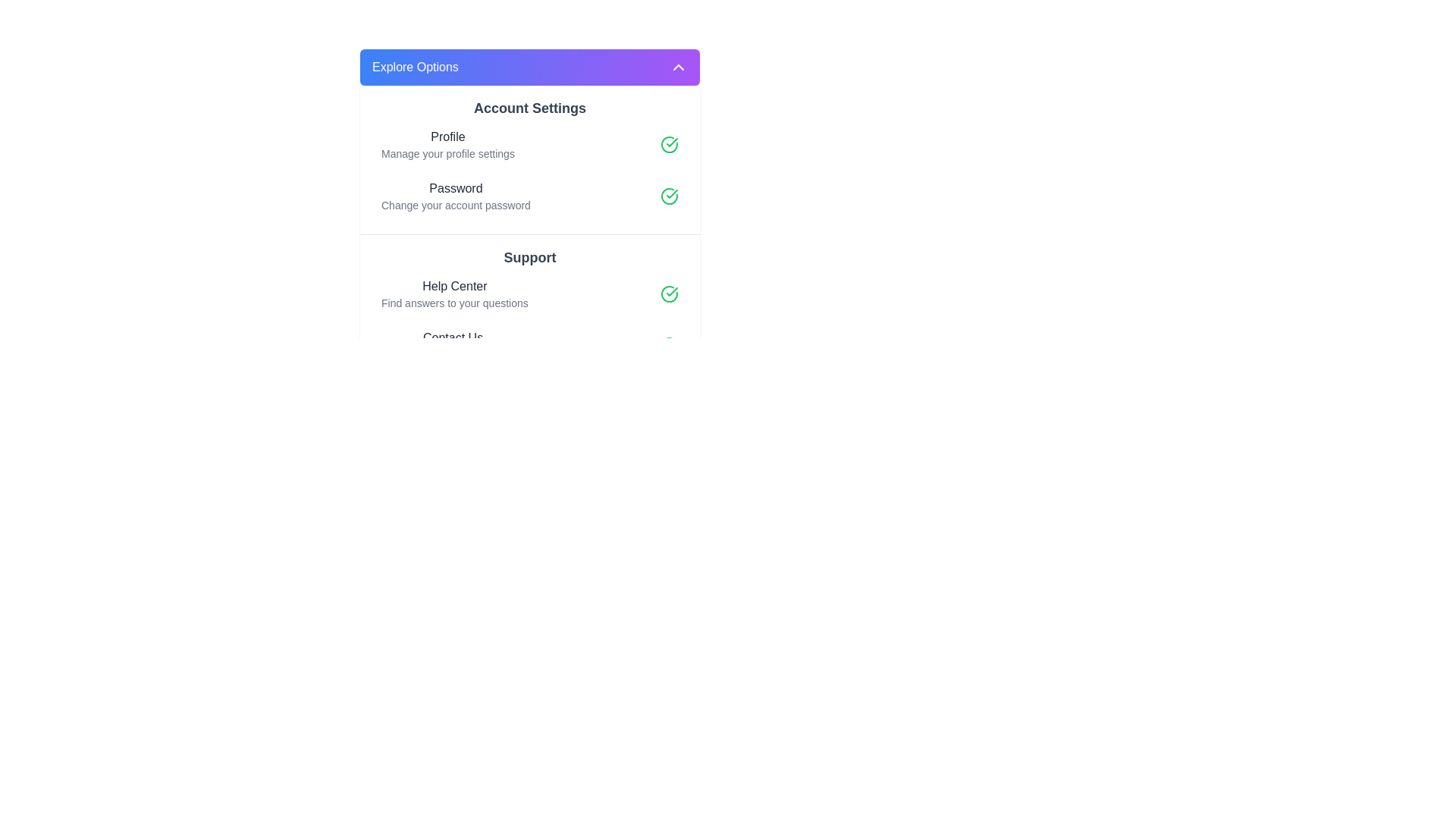 This screenshot has height=819, width=1456. I want to click on the account settings title text label, which is centrally placed at the top of the interface and serves as a header for the following content, so click(530, 107).